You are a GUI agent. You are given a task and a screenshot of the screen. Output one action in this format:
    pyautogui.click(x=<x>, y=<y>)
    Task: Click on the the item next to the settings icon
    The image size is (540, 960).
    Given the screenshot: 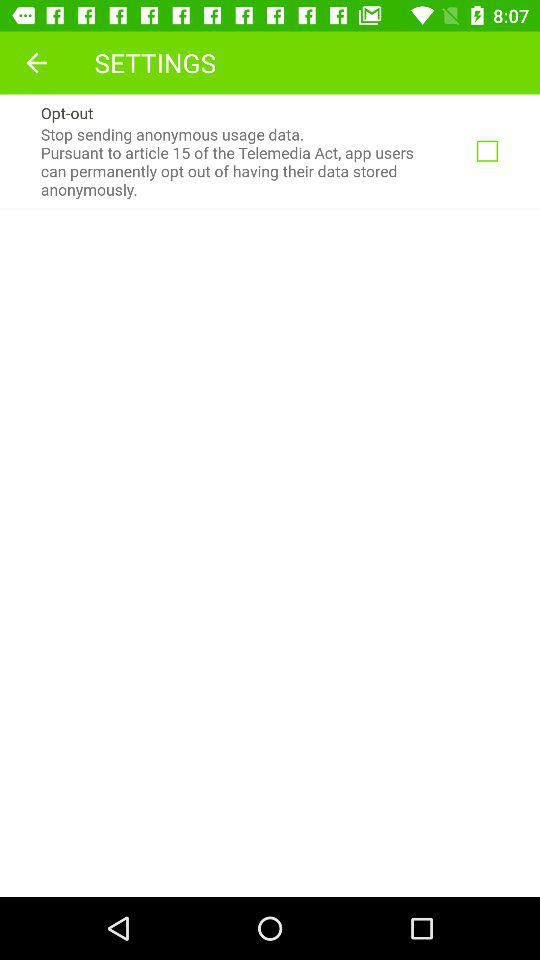 What is the action you would take?
    pyautogui.click(x=36, y=62)
    